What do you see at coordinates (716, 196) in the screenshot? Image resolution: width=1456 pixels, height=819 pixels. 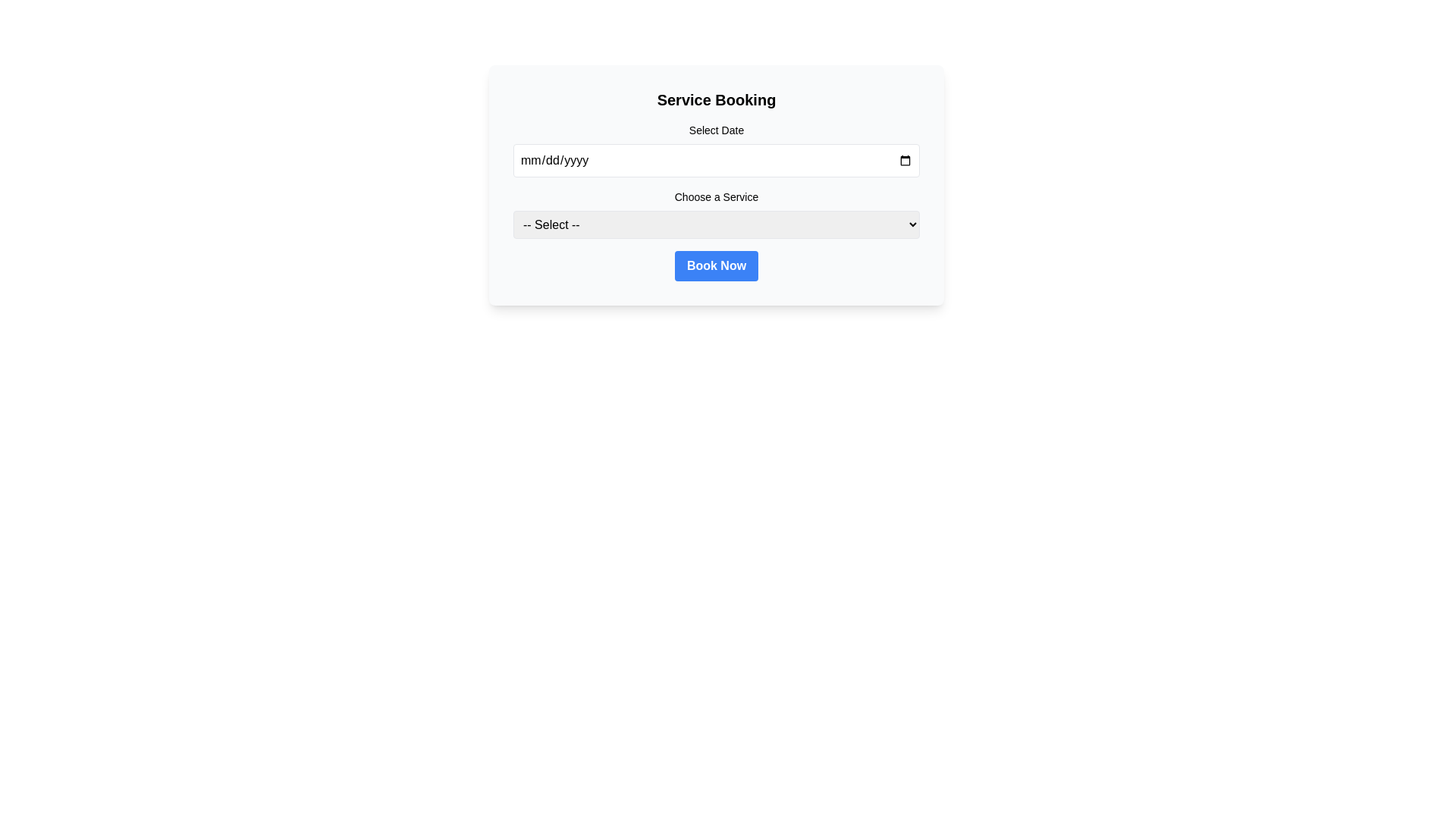 I see `the label element that displays 'Choose a Service', which is positioned directly above the dropdown menu labeled '-- Select --'` at bounding box center [716, 196].